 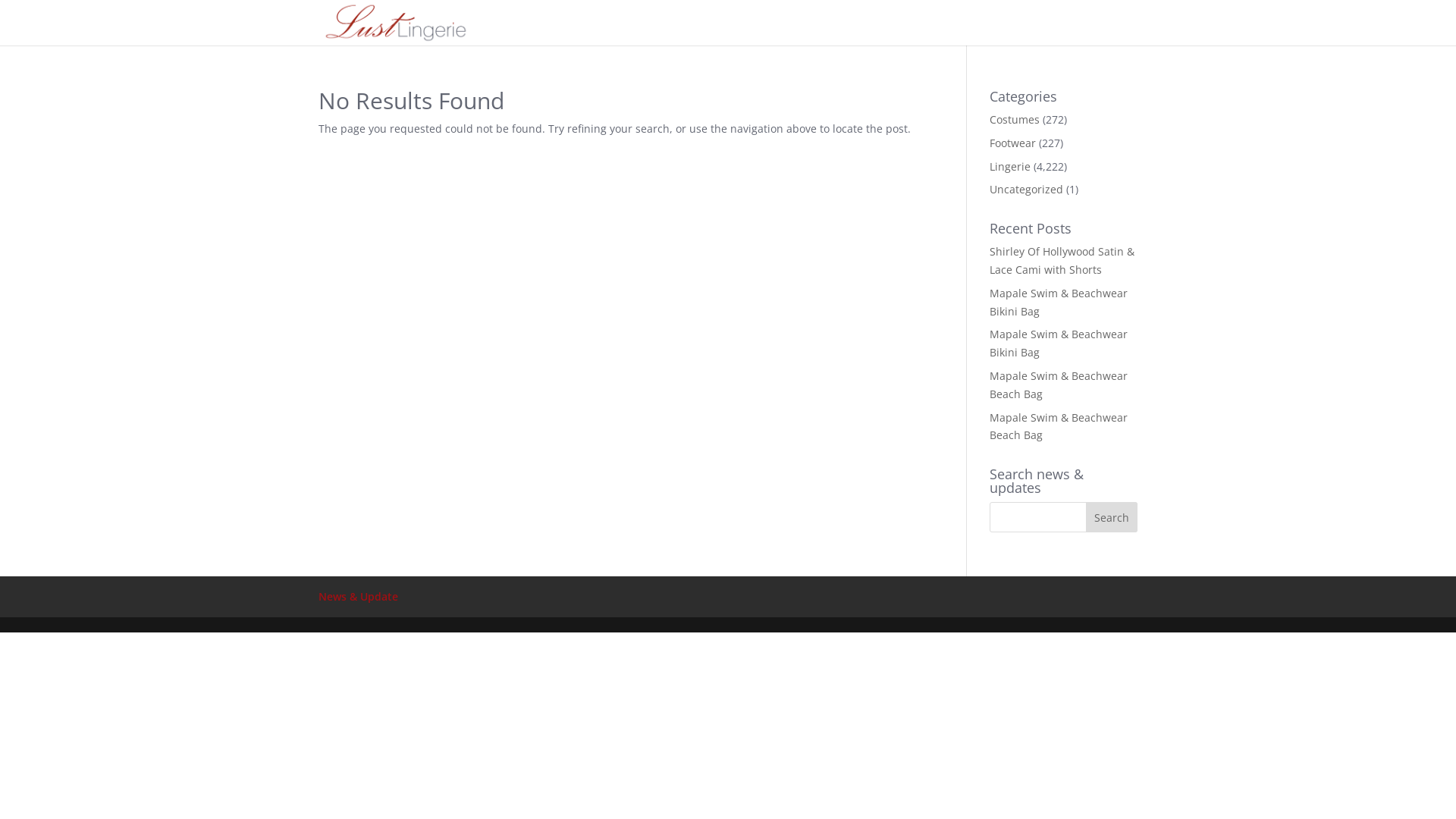 I want to click on 'Lingerie', so click(x=1009, y=166).